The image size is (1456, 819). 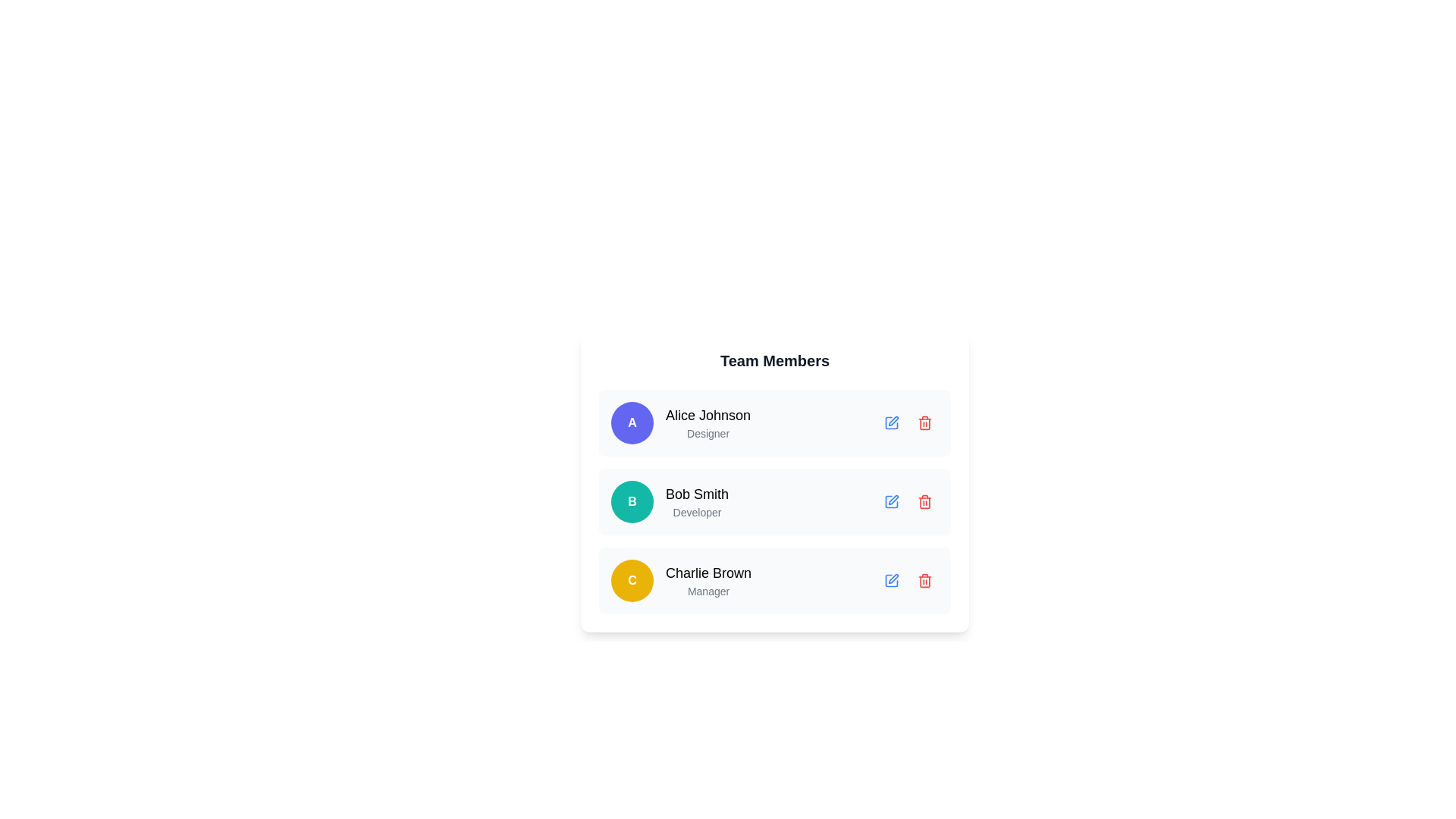 I want to click on name 'Alice Johnson' displayed in bold within the first entry of the 'Team Members' list, located above the text 'Designer' and slightly right of the circular icon with the letter 'A', so click(x=708, y=415).